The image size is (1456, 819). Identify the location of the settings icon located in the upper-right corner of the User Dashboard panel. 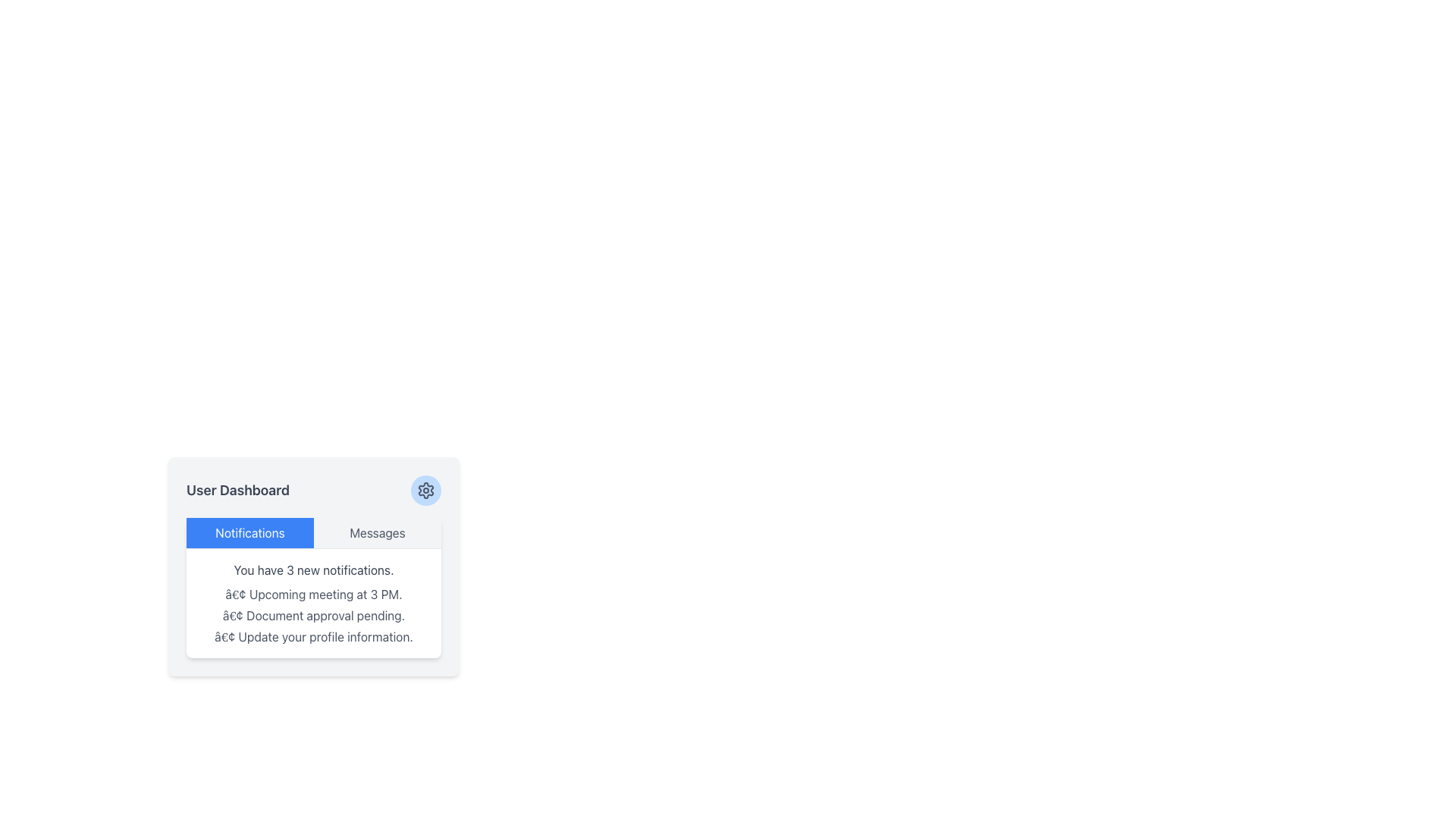
(425, 491).